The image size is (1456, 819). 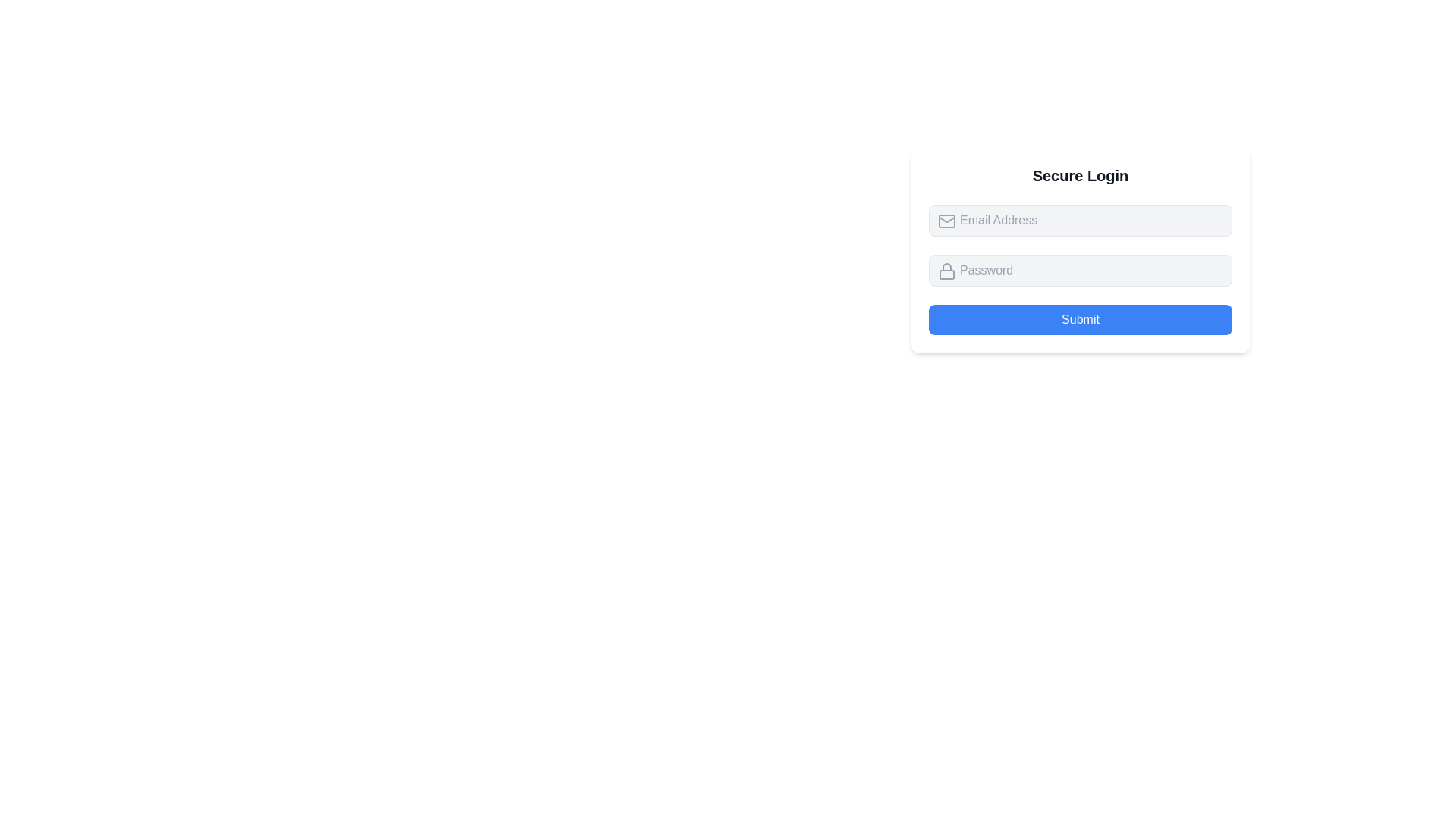 I want to click on the envelope-shaped email indicator icon located to the left of the 'Email Address' input field in the centrally aligned login form, so click(x=946, y=221).